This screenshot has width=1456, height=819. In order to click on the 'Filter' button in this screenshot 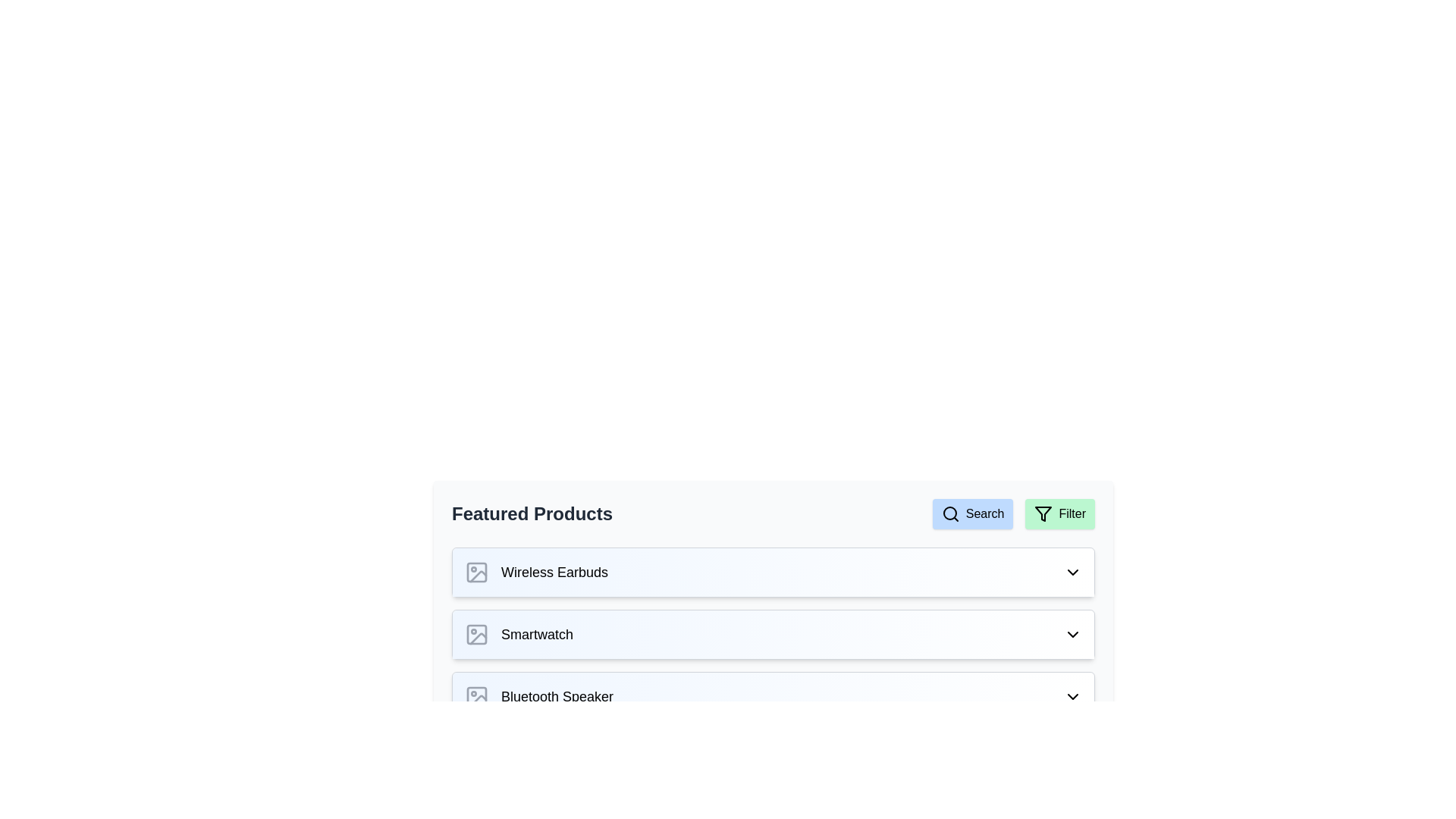, I will do `click(1059, 513)`.